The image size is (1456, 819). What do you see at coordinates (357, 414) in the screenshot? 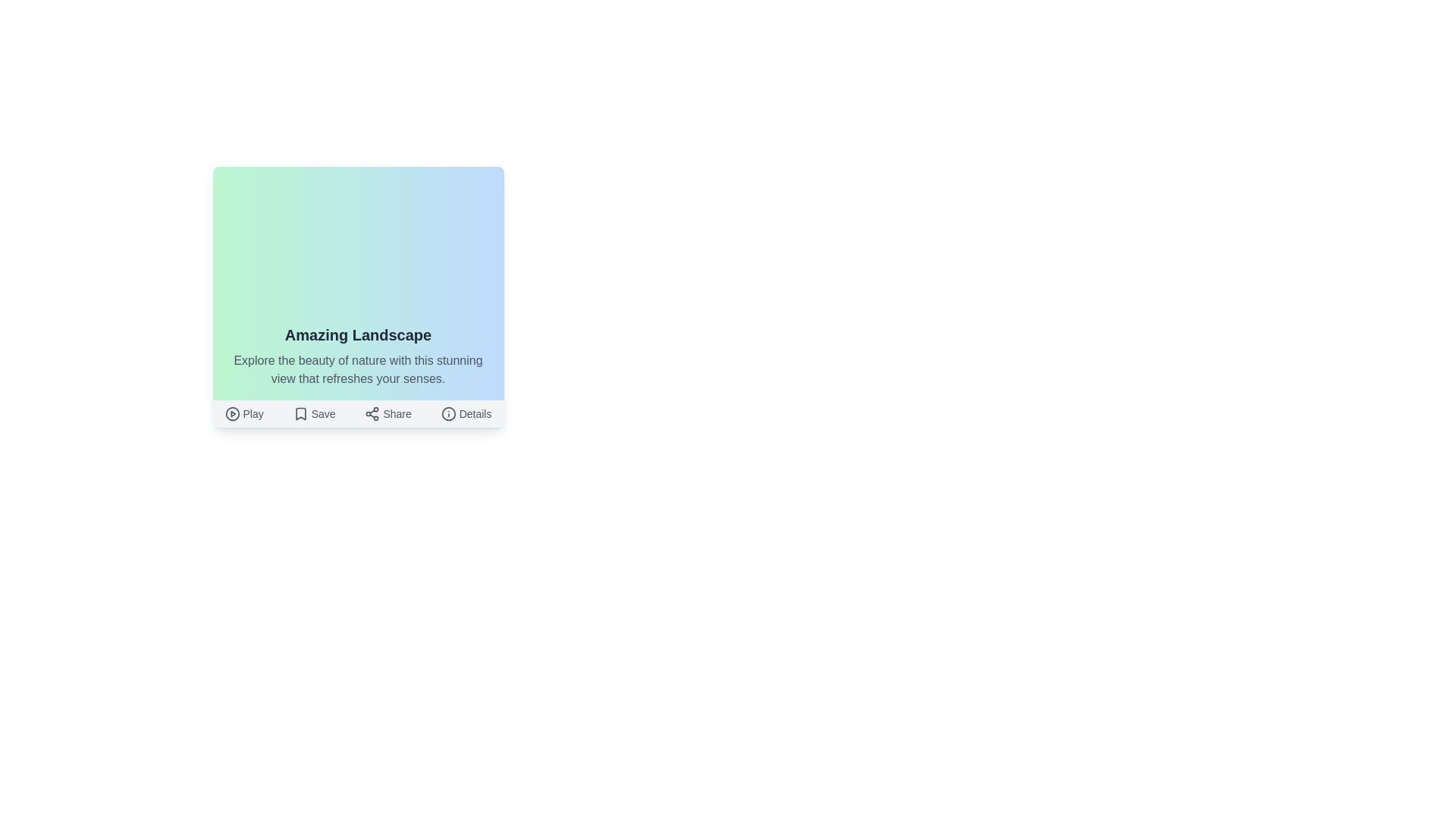
I see `the 'Share' section of the Interactive toolbar located at the bottom of the card to share the content` at bounding box center [357, 414].